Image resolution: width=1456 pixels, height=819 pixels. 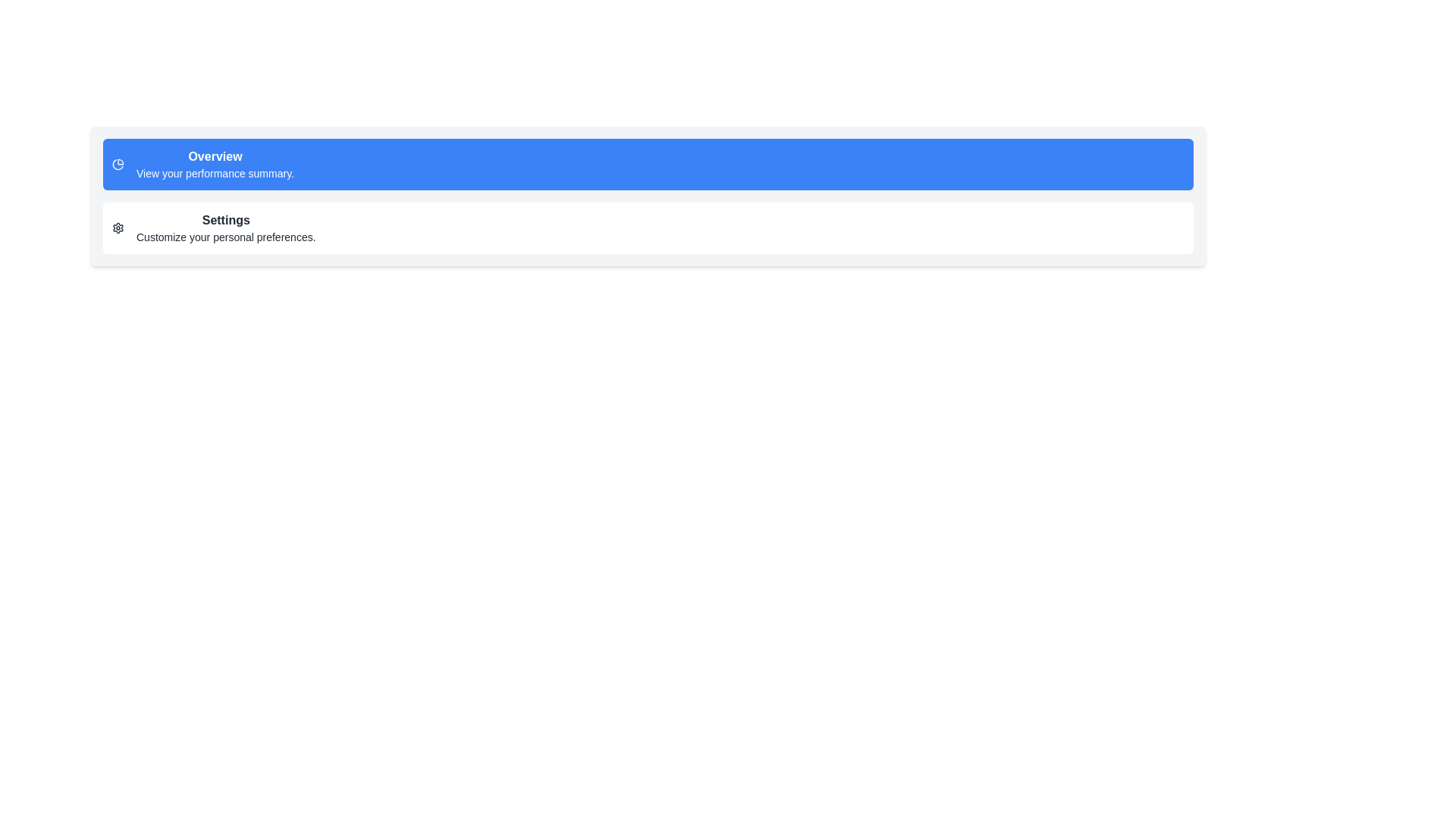 What do you see at coordinates (118, 164) in the screenshot?
I see `the decorative icon representing the overview section, which is located to the left of the text content titled 'Overview' and the subtitle 'View your performance summary.'` at bounding box center [118, 164].